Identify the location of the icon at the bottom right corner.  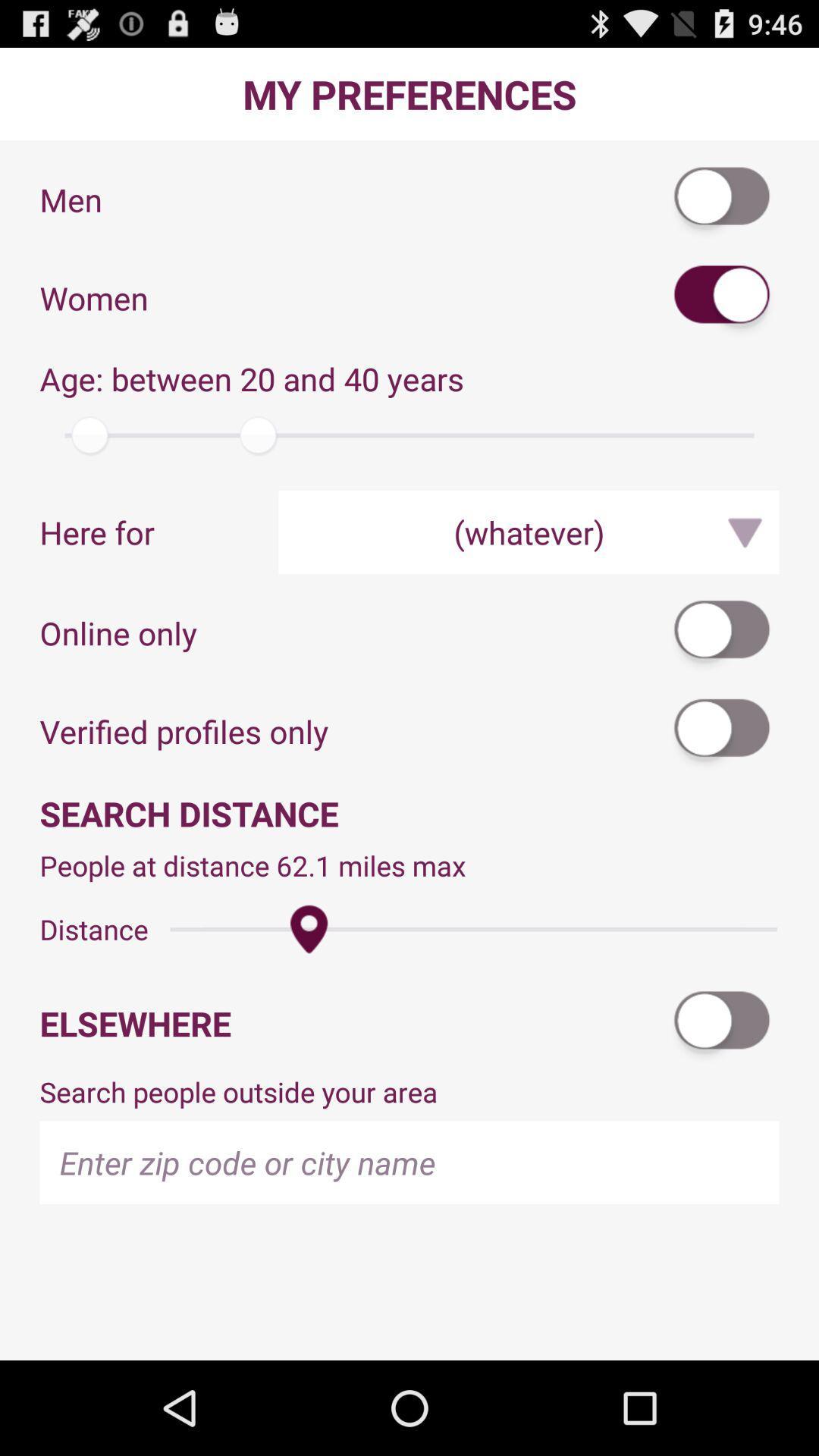
(722, 1023).